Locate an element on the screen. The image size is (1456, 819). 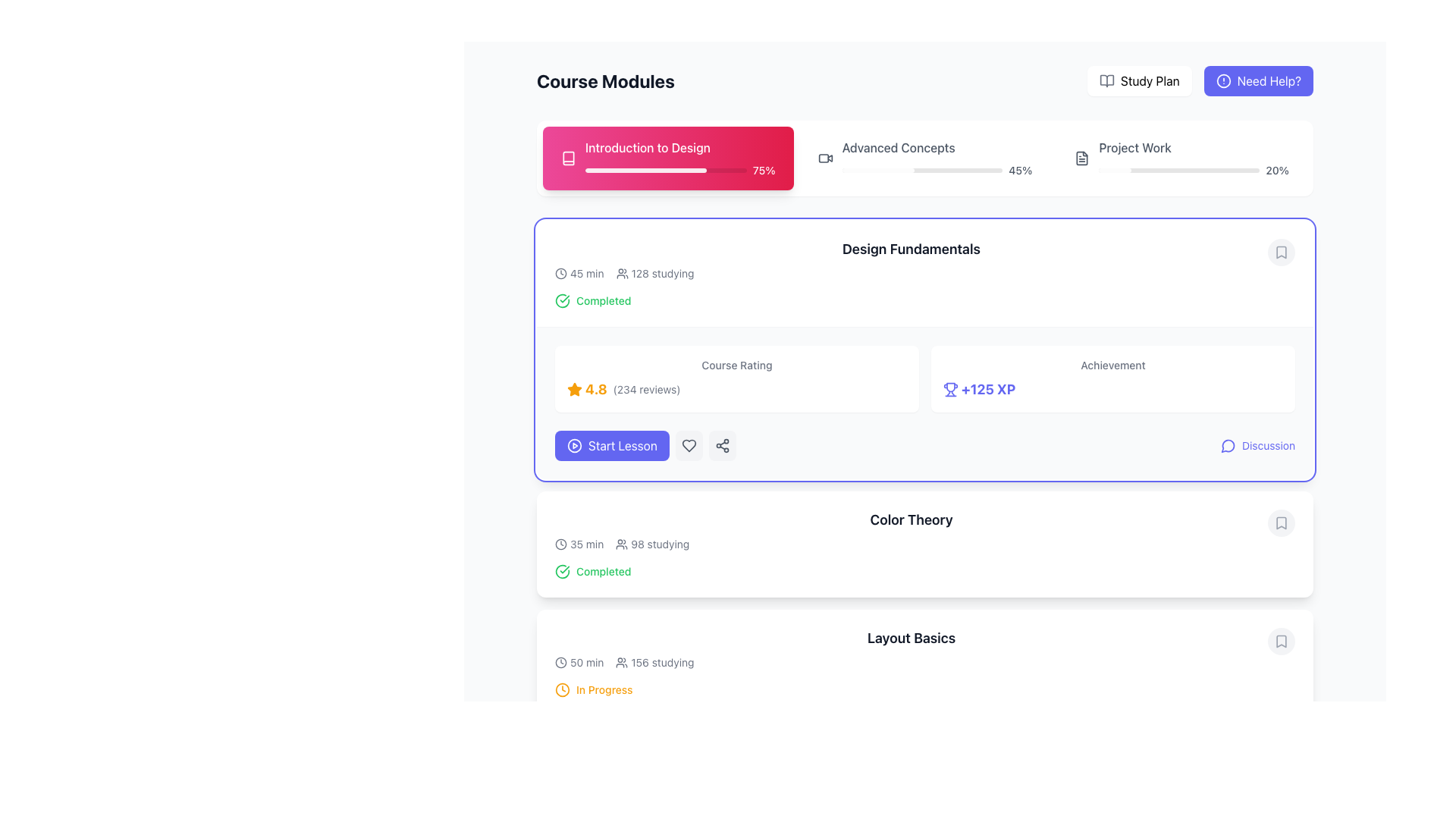
the video-related icon located within the 'Advanced Concepts' section is located at coordinates (824, 158).